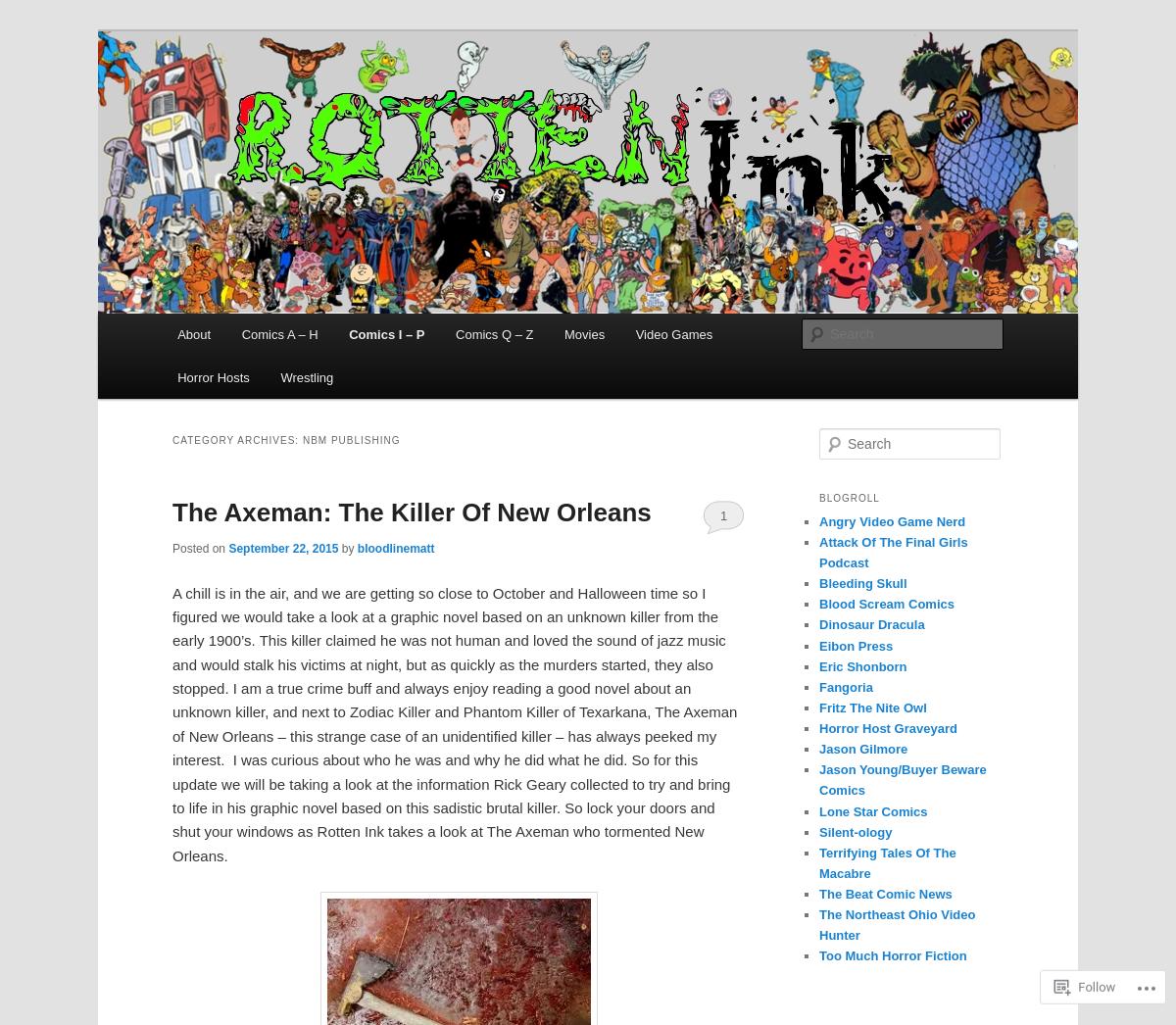  I want to click on 'Silent-ology', so click(855, 830).